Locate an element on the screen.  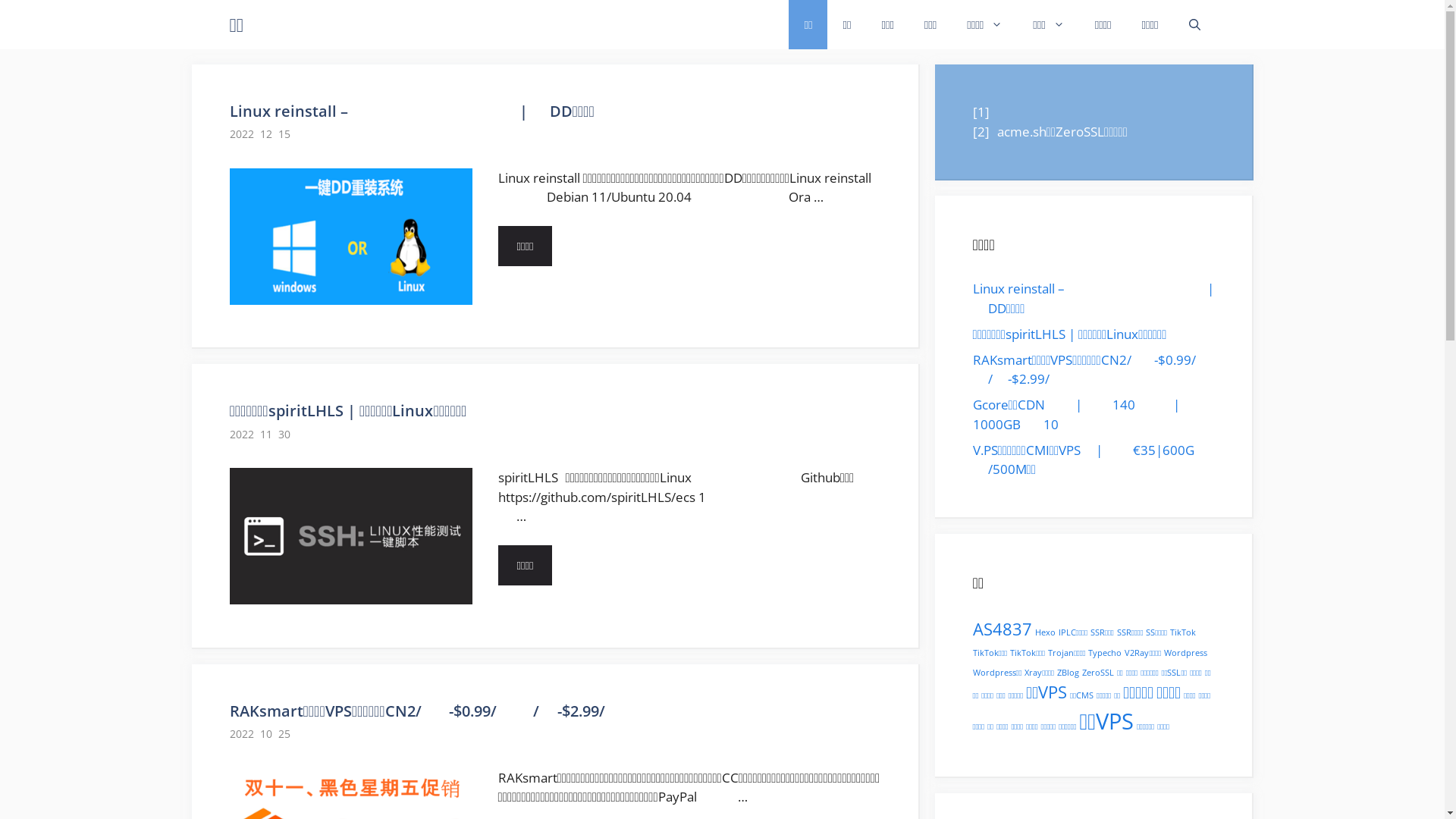
'Wordpress' is located at coordinates (1185, 651).